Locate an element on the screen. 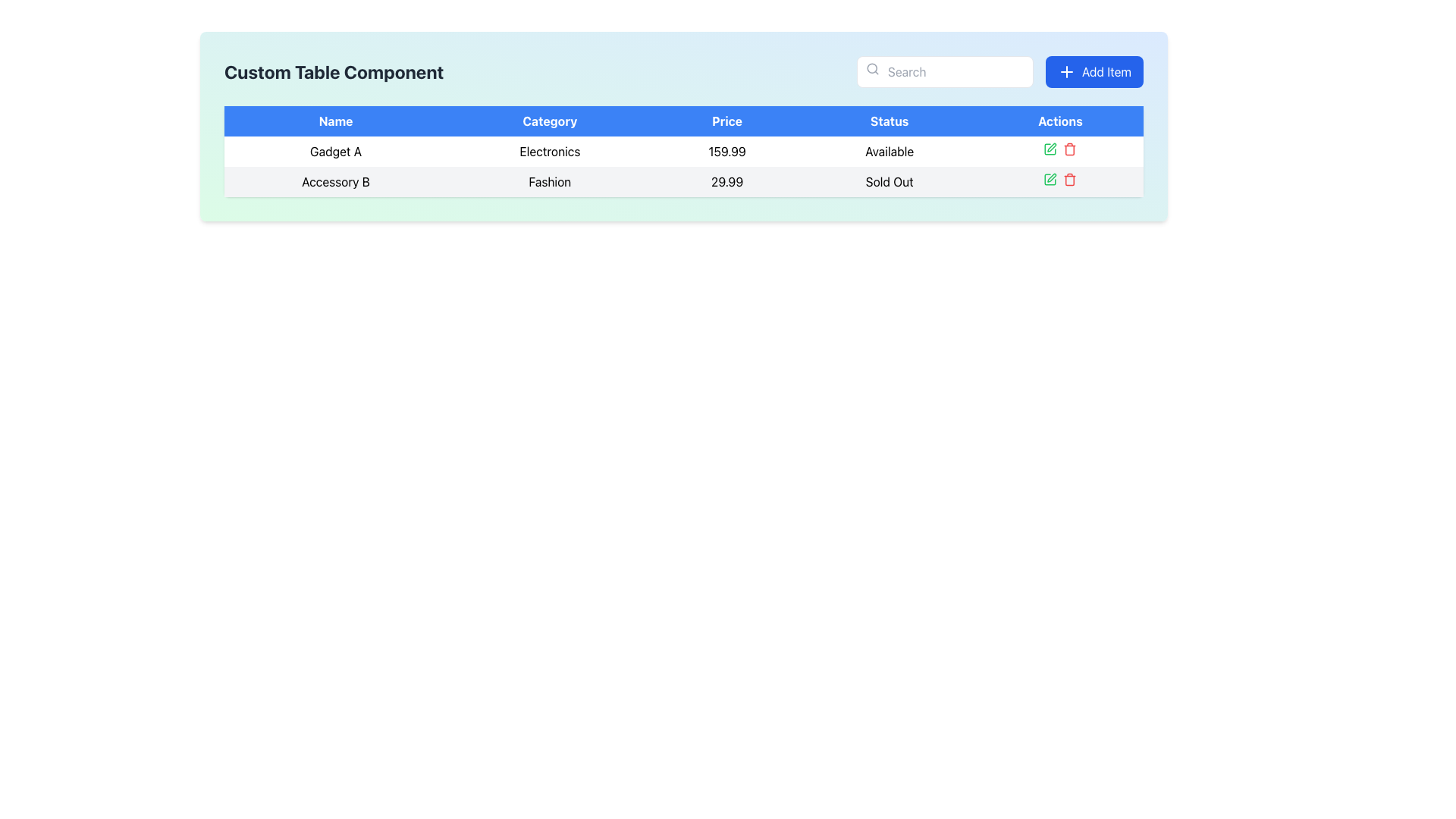 This screenshot has height=819, width=1456. the Text Label displaying '29.99' in the 'Price' column of the table for the 'Fashion' category is located at coordinates (726, 180).